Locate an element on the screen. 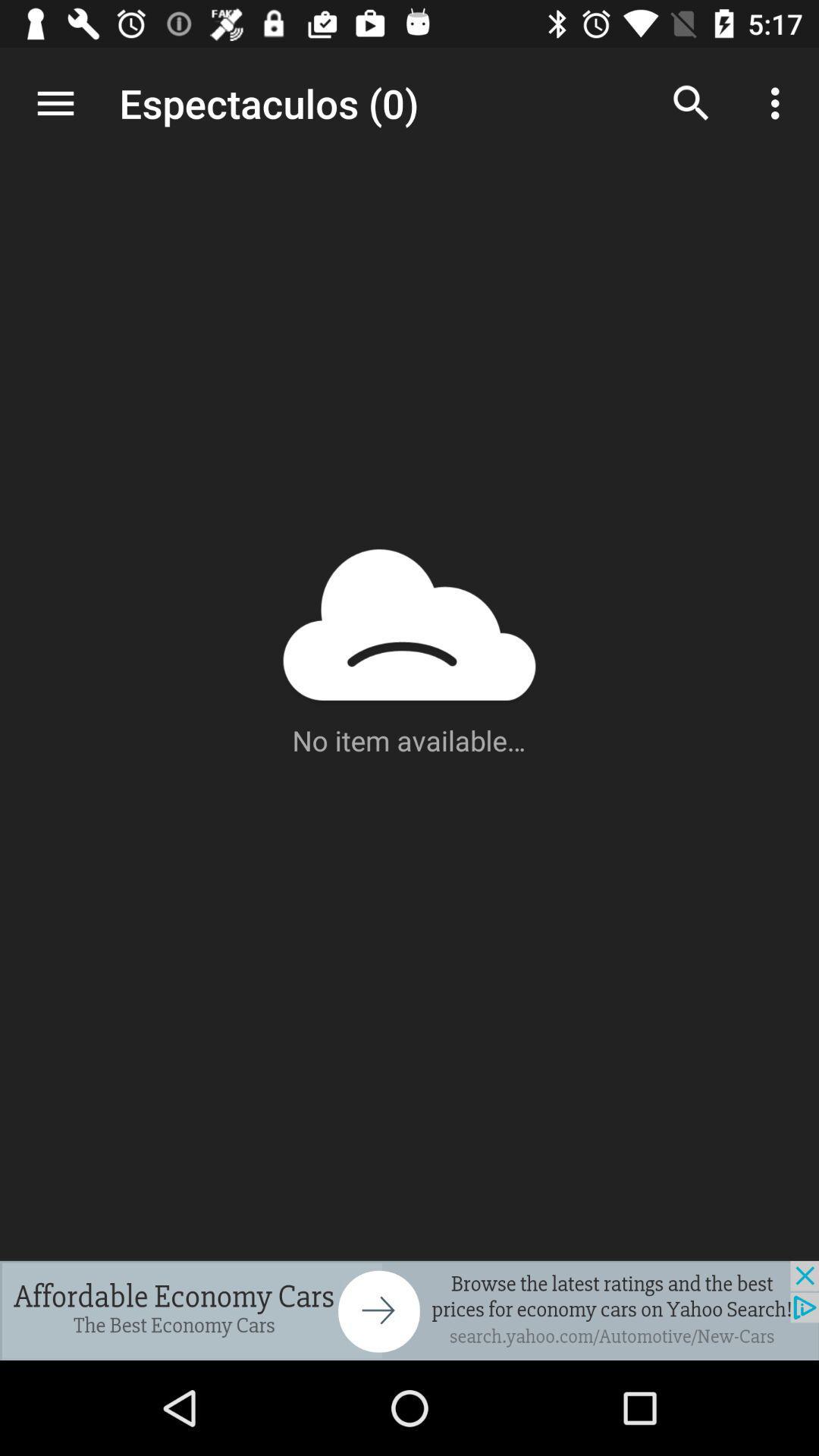  opens advertisement is located at coordinates (409, 1310).